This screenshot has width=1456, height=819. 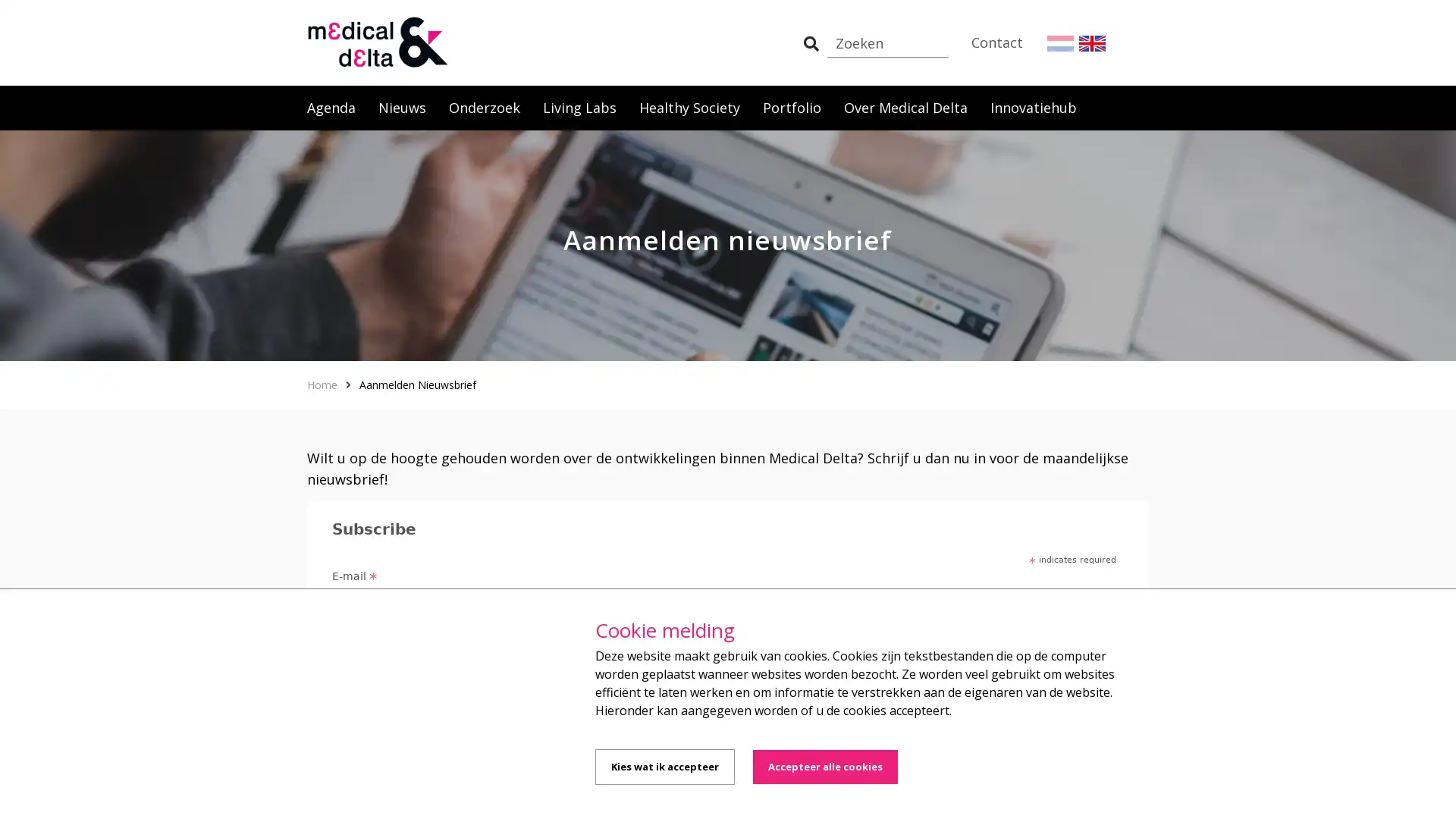 I want to click on Accepteer alle cookies, so click(x=824, y=767).